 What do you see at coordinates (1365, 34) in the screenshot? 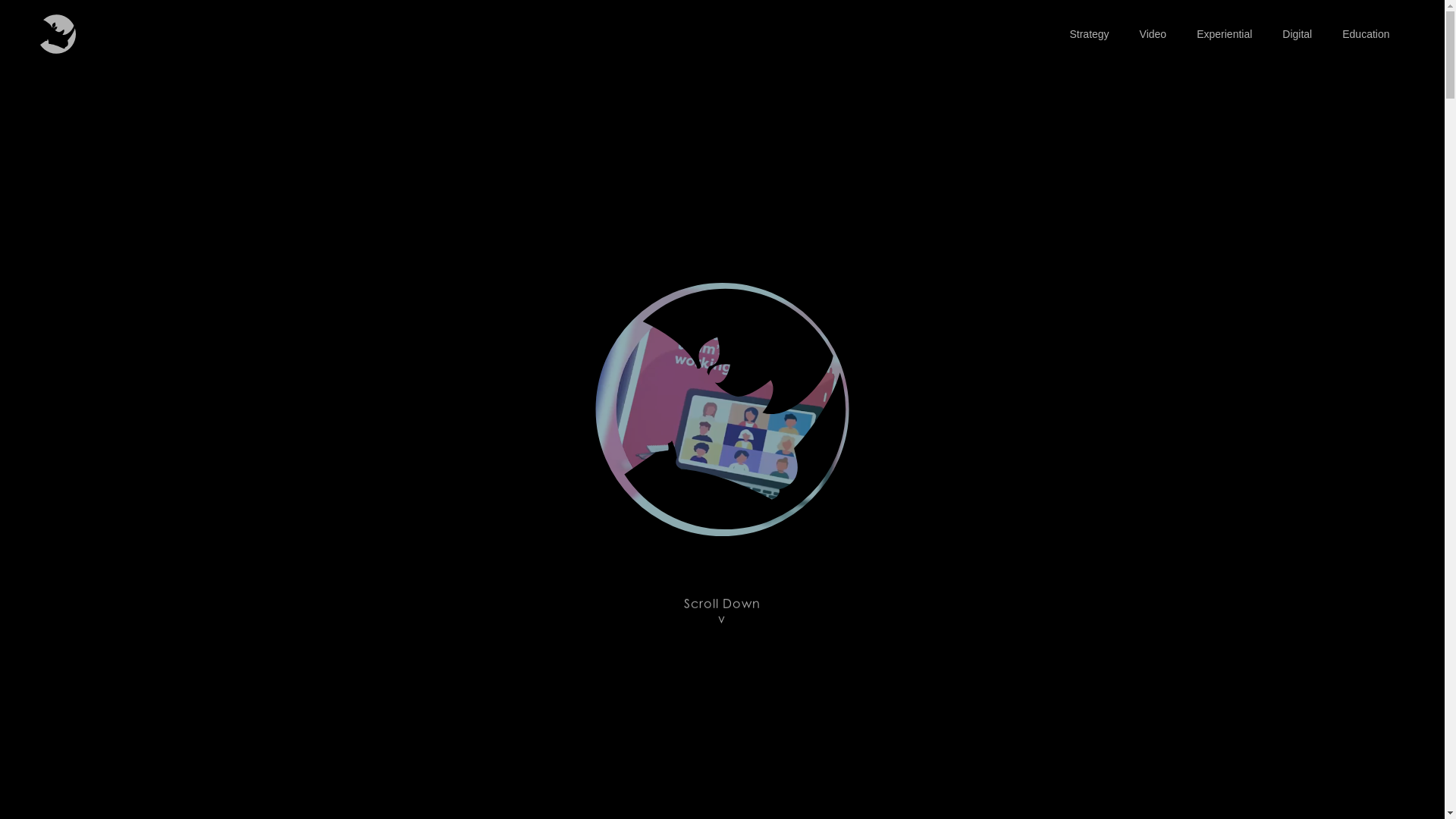
I see `'Education'` at bounding box center [1365, 34].